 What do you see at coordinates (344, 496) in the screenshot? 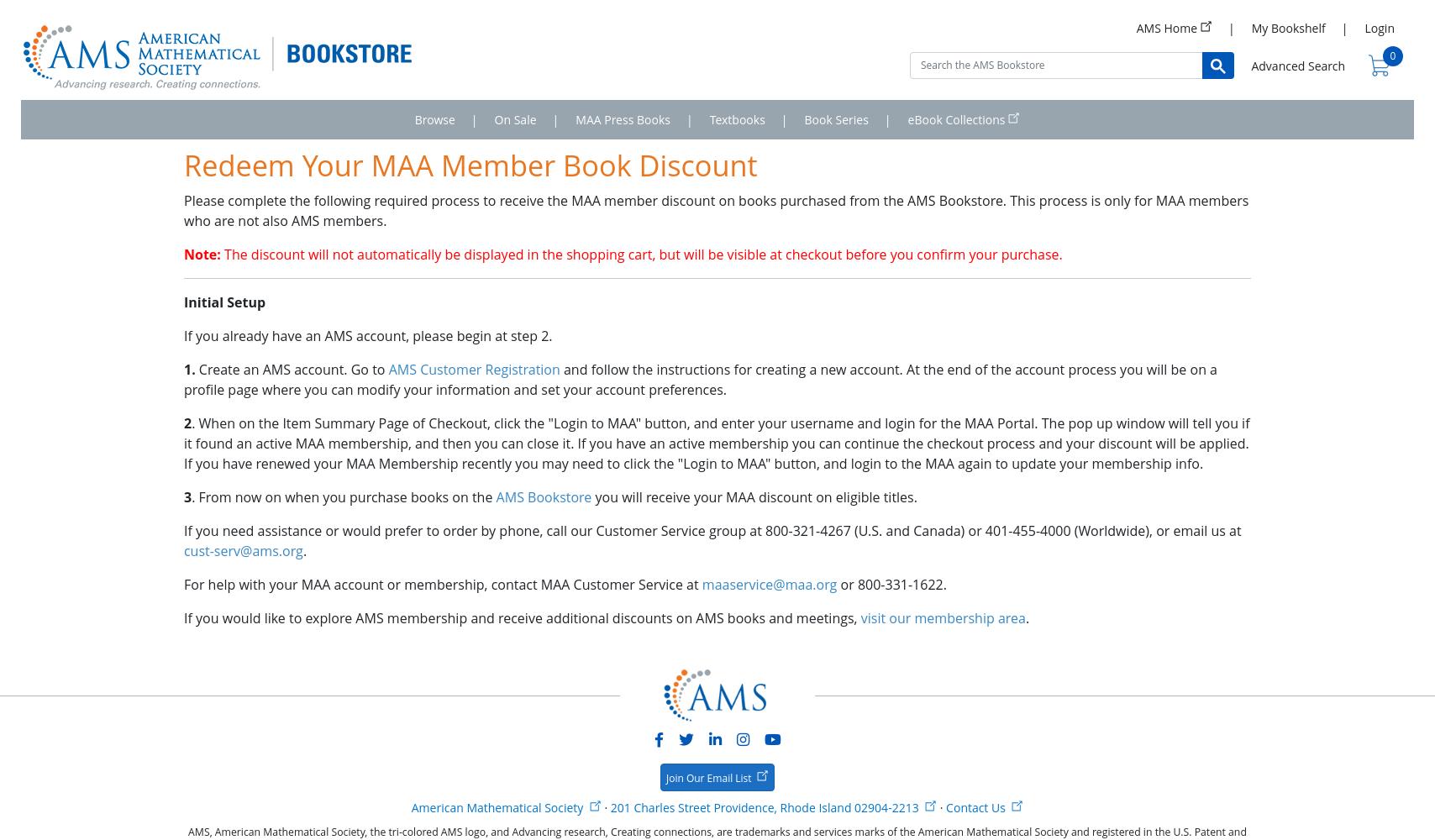
I see `'. From now on when you purchase books on the'` at bounding box center [344, 496].